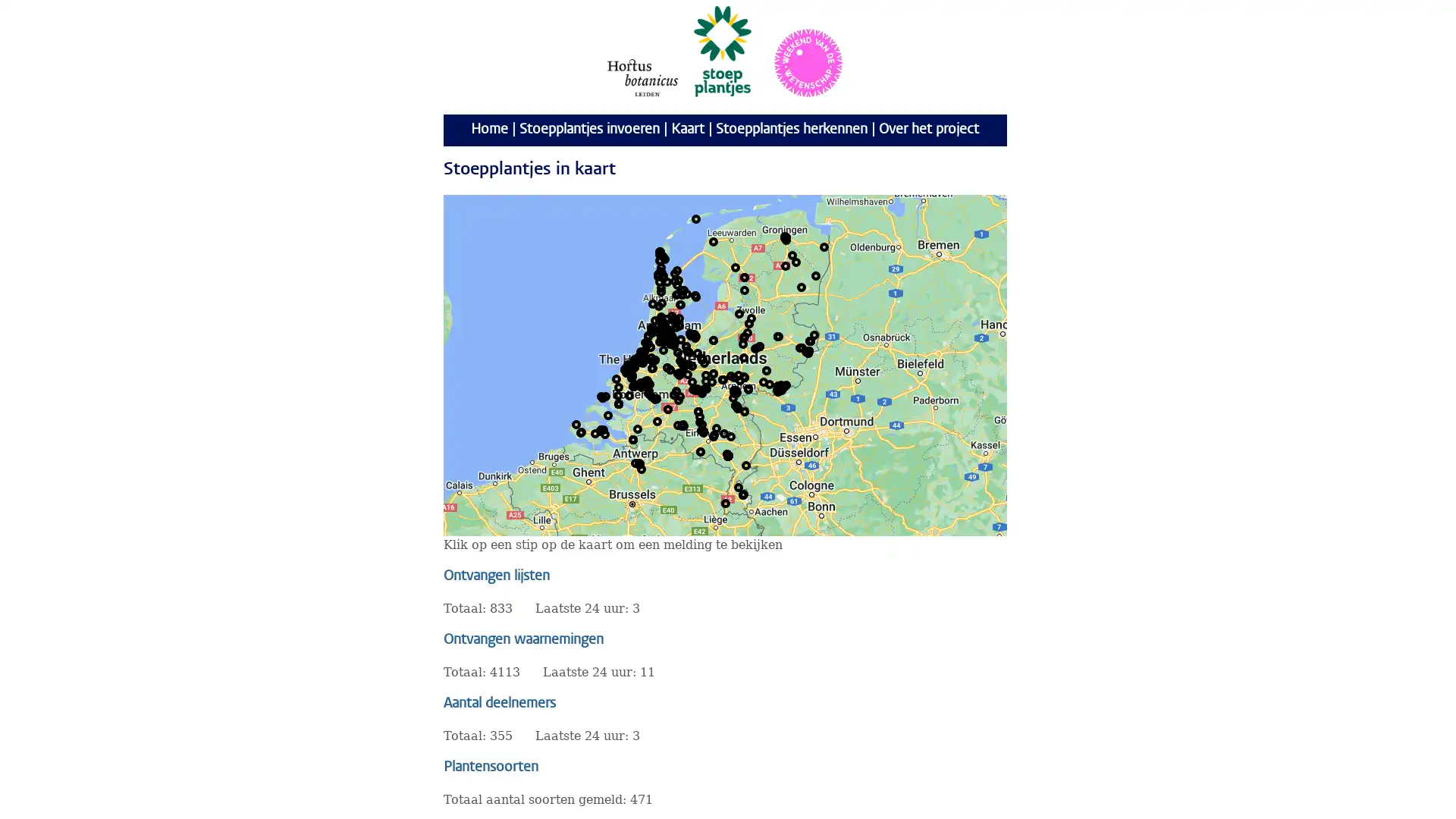 This screenshot has height=819, width=1456. Describe the element at coordinates (655, 397) in the screenshot. I see `Telling van Smits op 06 juni 2022` at that location.